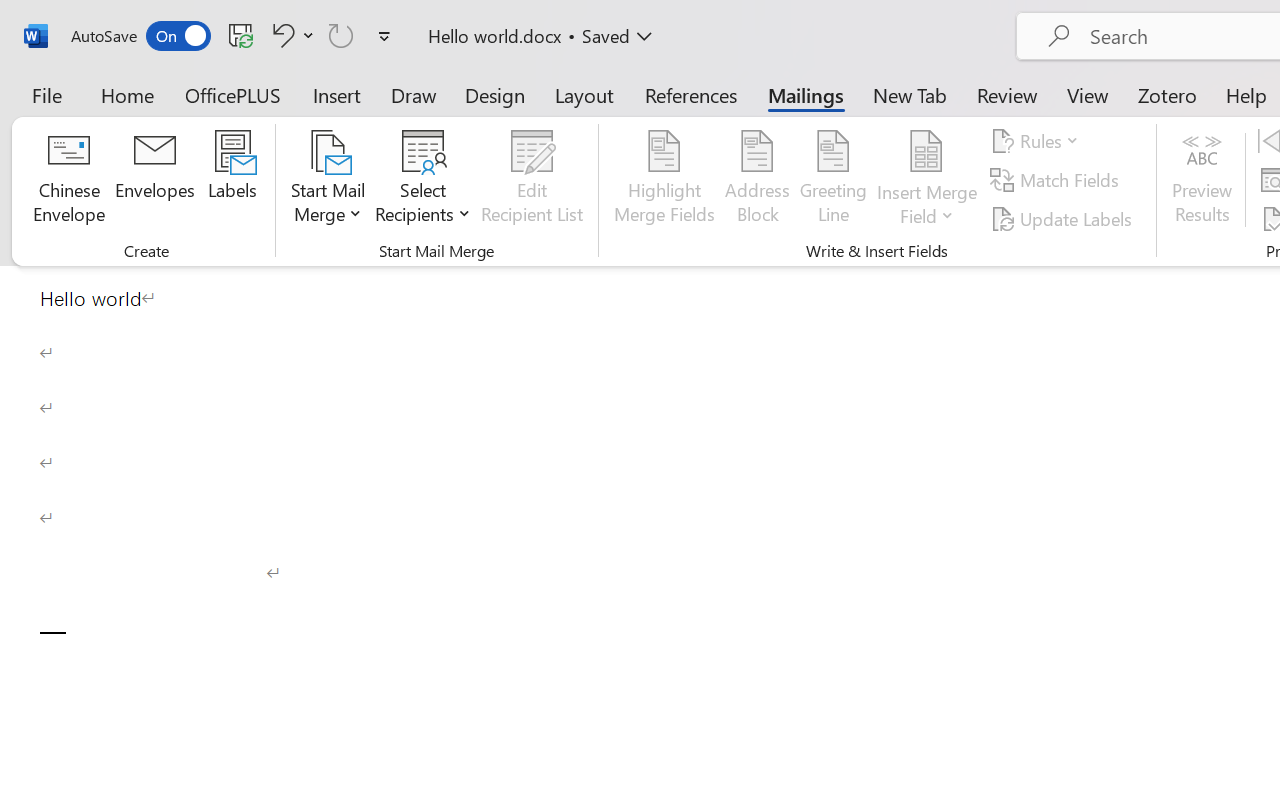 The height and width of the screenshot is (800, 1280). Describe the element at coordinates (341, 34) in the screenshot. I see `'Can'` at that location.